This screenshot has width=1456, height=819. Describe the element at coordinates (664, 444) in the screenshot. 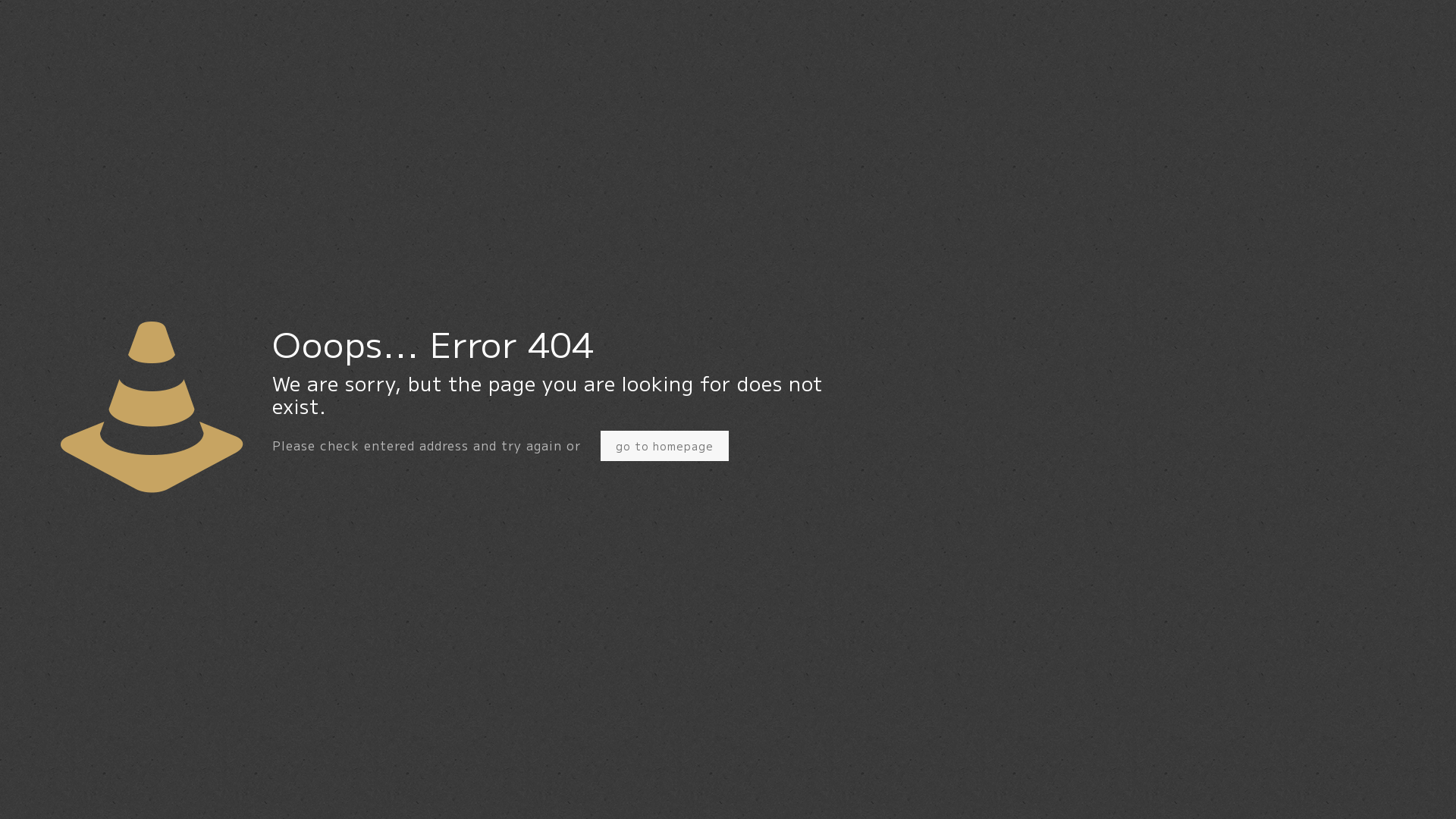

I see `'go to homepage'` at that location.